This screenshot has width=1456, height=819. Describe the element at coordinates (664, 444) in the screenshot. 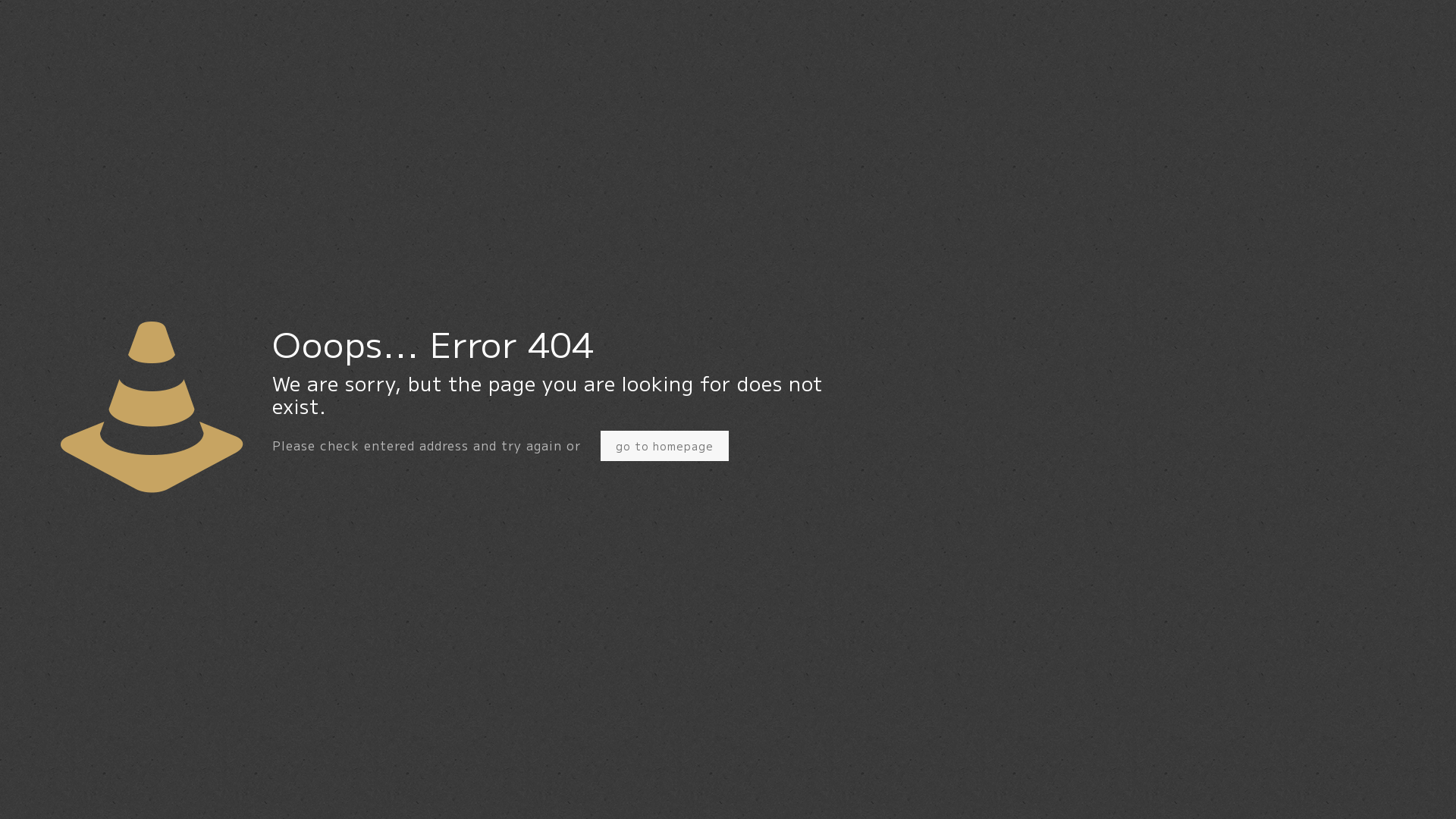

I see `'go to homepage'` at that location.